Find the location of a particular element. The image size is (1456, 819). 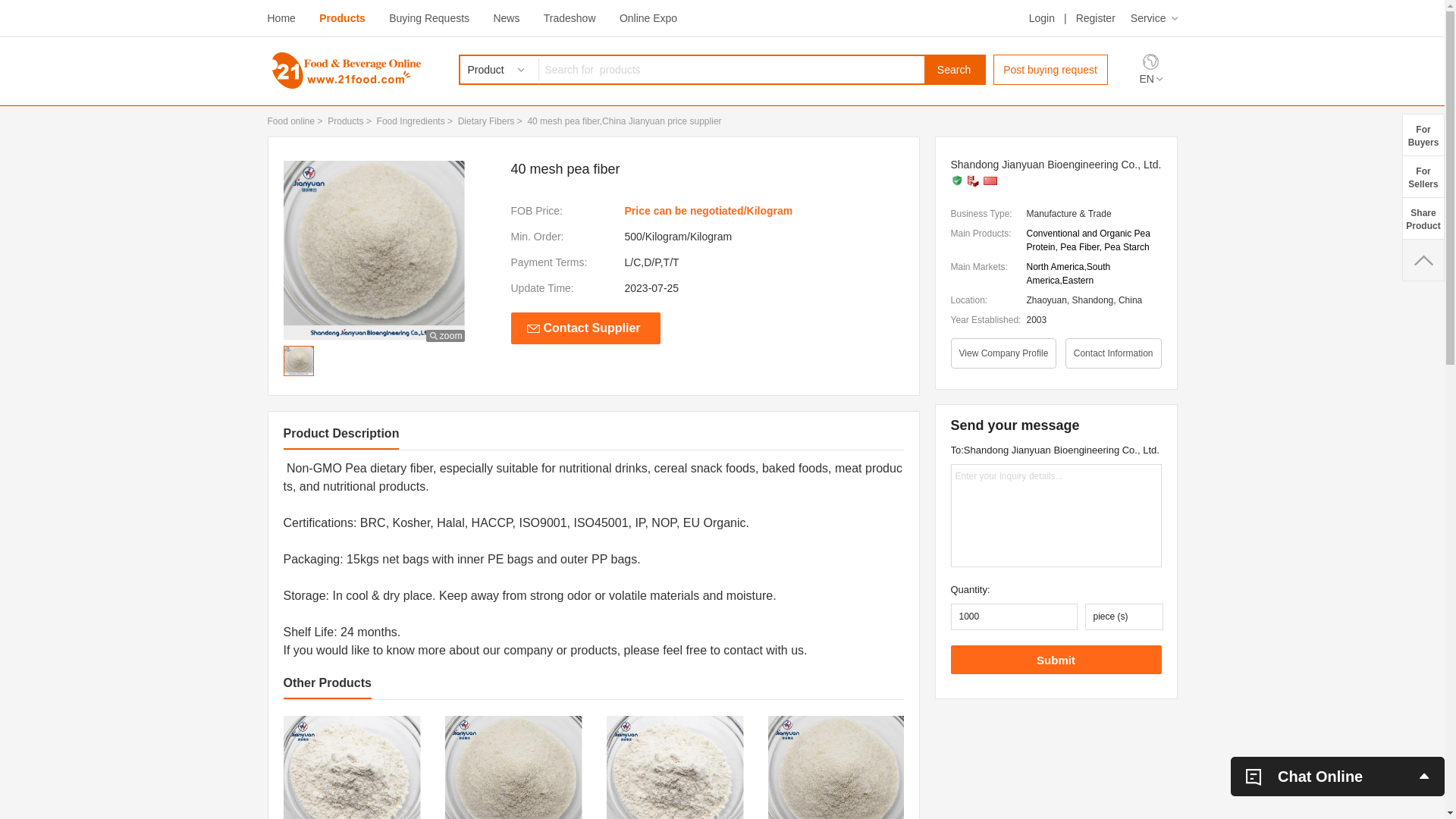

'Food online' is located at coordinates (290, 120).